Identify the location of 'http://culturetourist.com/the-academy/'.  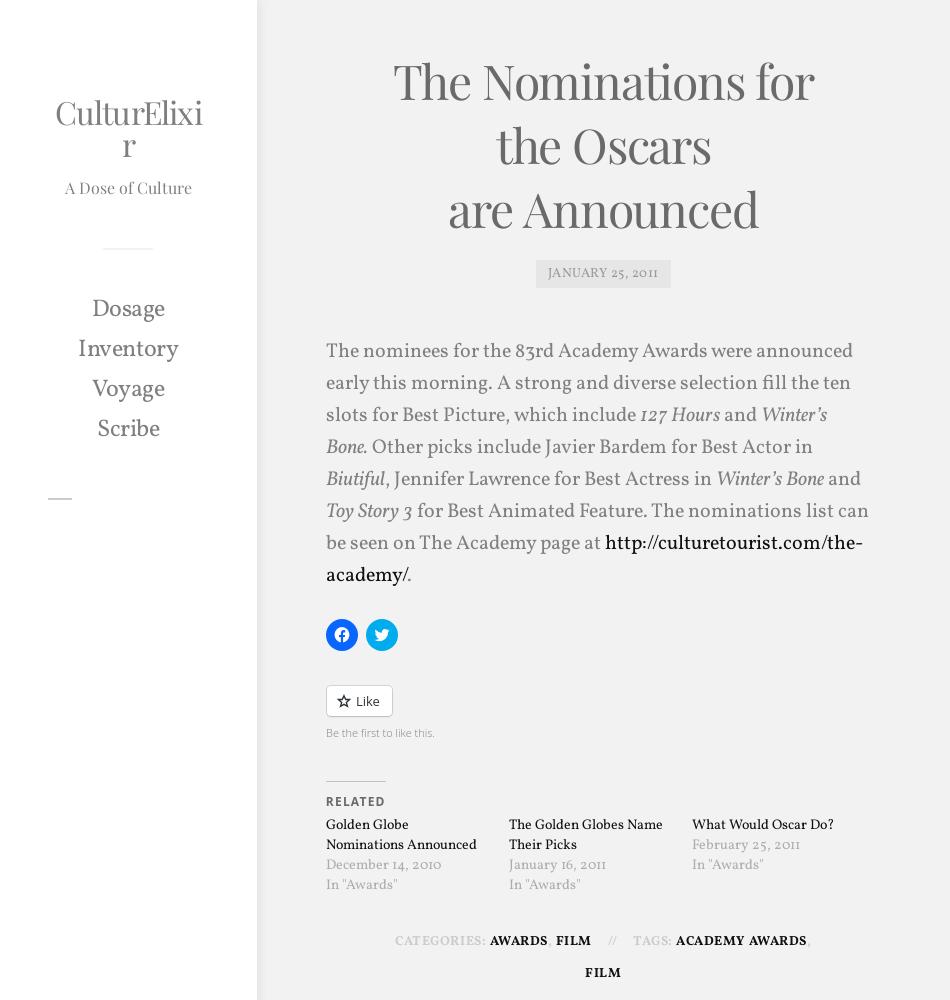
(323, 559).